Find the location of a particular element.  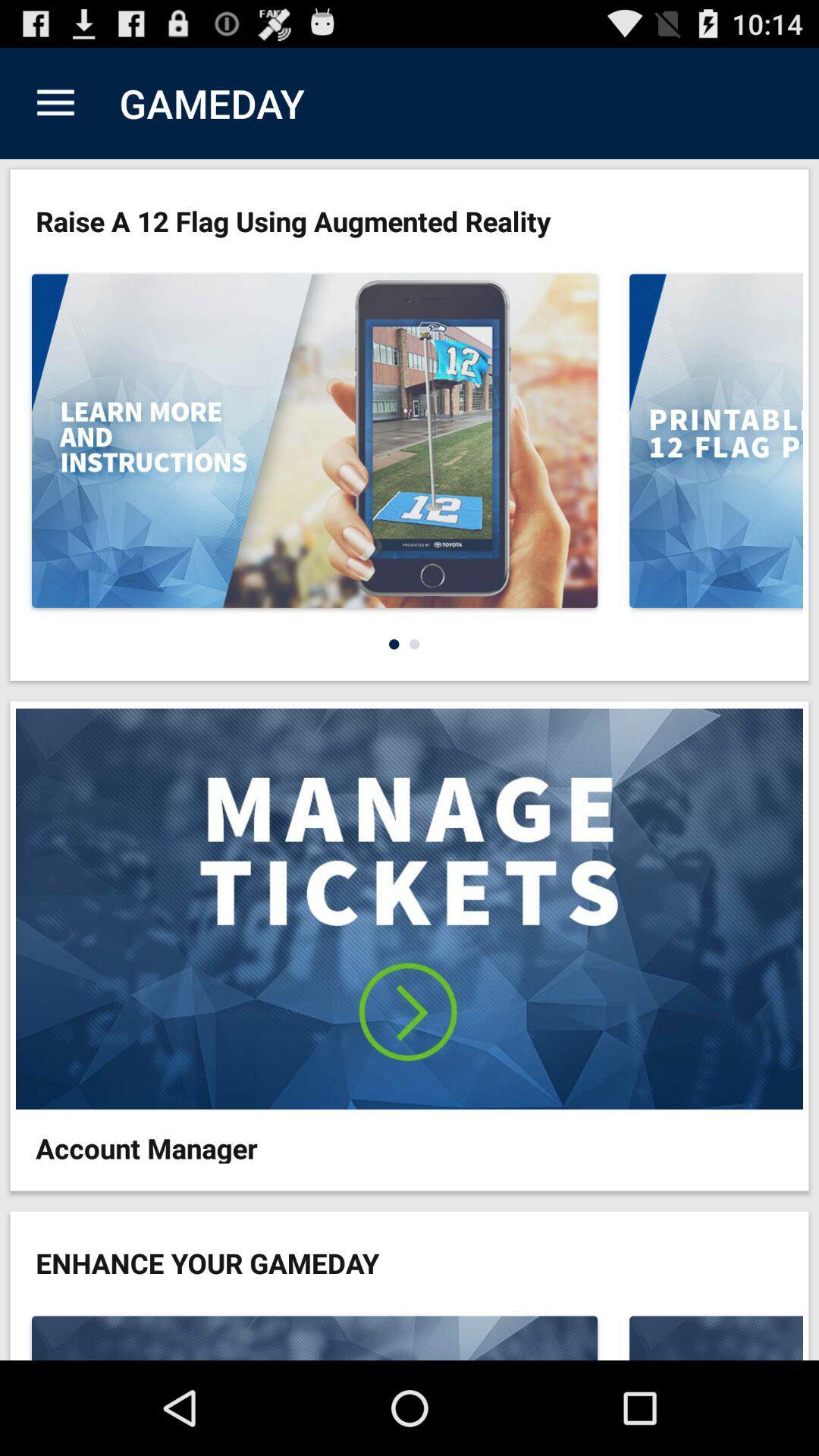

the icon next to the gameday app is located at coordinates (55, 102).